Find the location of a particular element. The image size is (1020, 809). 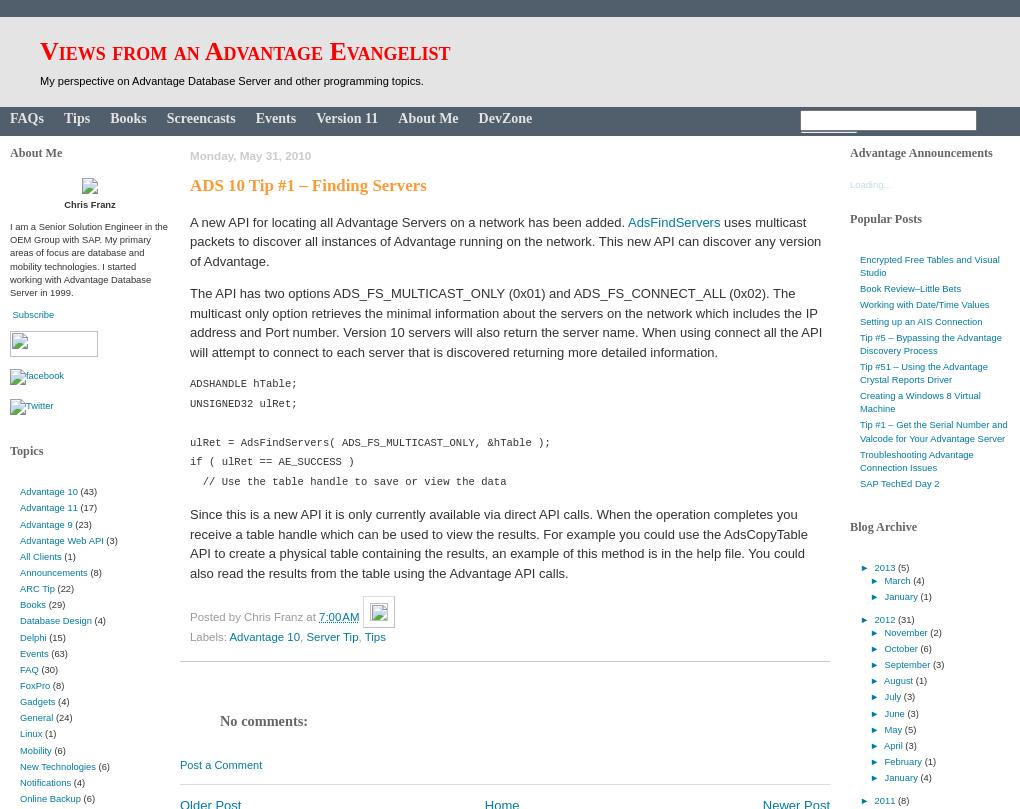

'(43)' is located at coordinates (87, 490).